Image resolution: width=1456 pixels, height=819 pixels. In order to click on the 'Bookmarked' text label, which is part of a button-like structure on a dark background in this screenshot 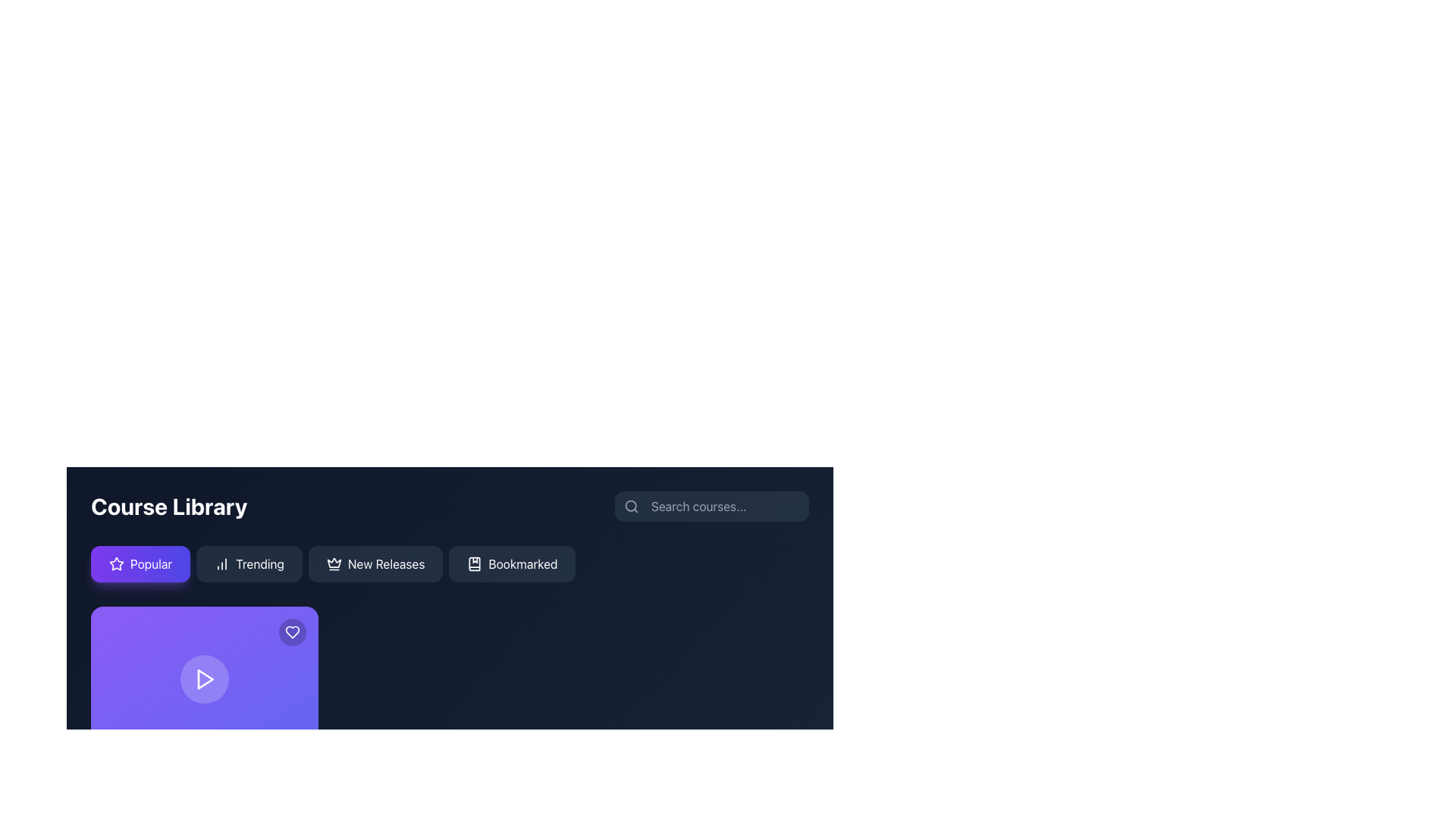, I will do `click(522, 564)`.